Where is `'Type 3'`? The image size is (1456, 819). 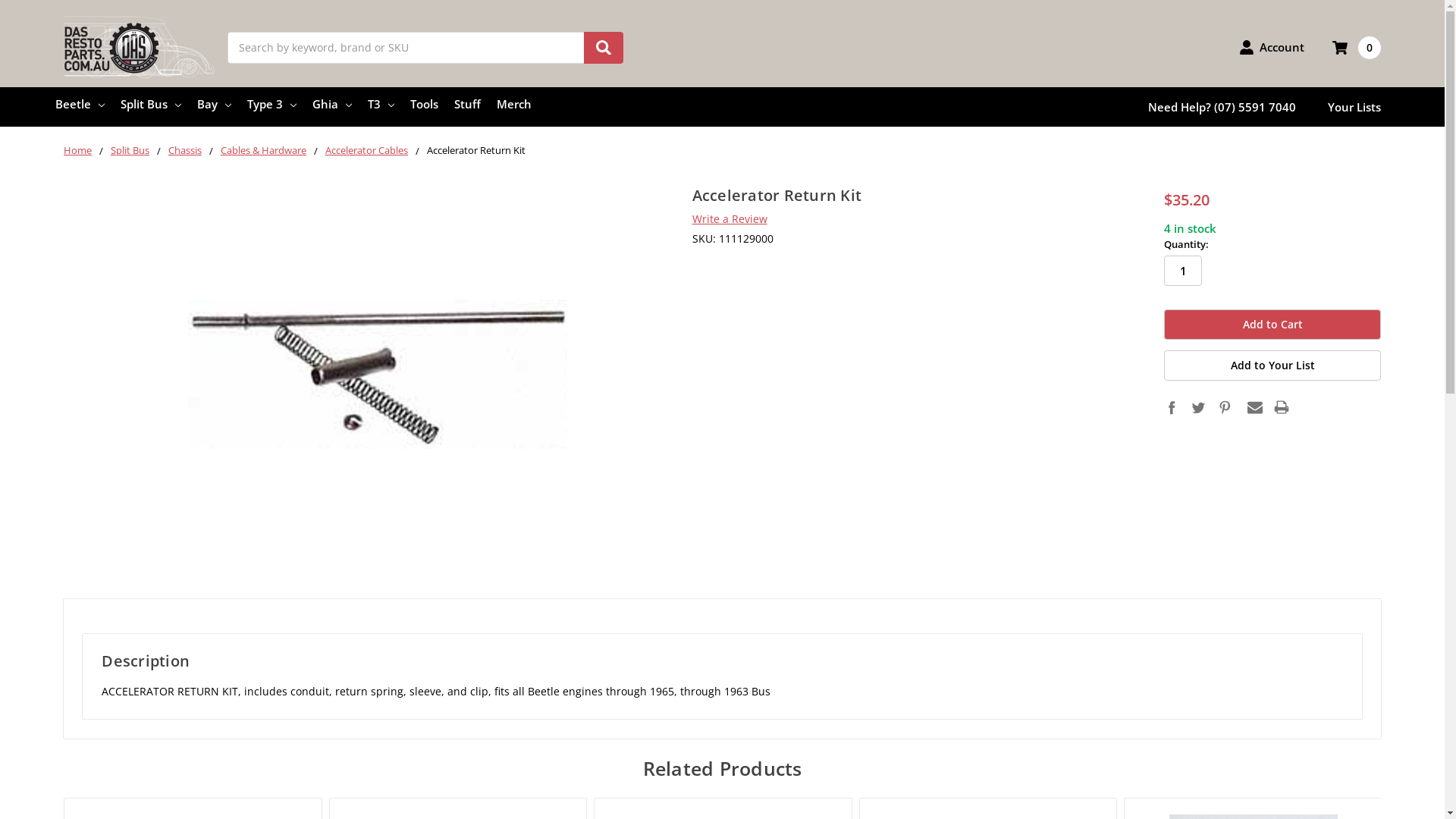 'Type 3' is located at coordinates (271, 103).